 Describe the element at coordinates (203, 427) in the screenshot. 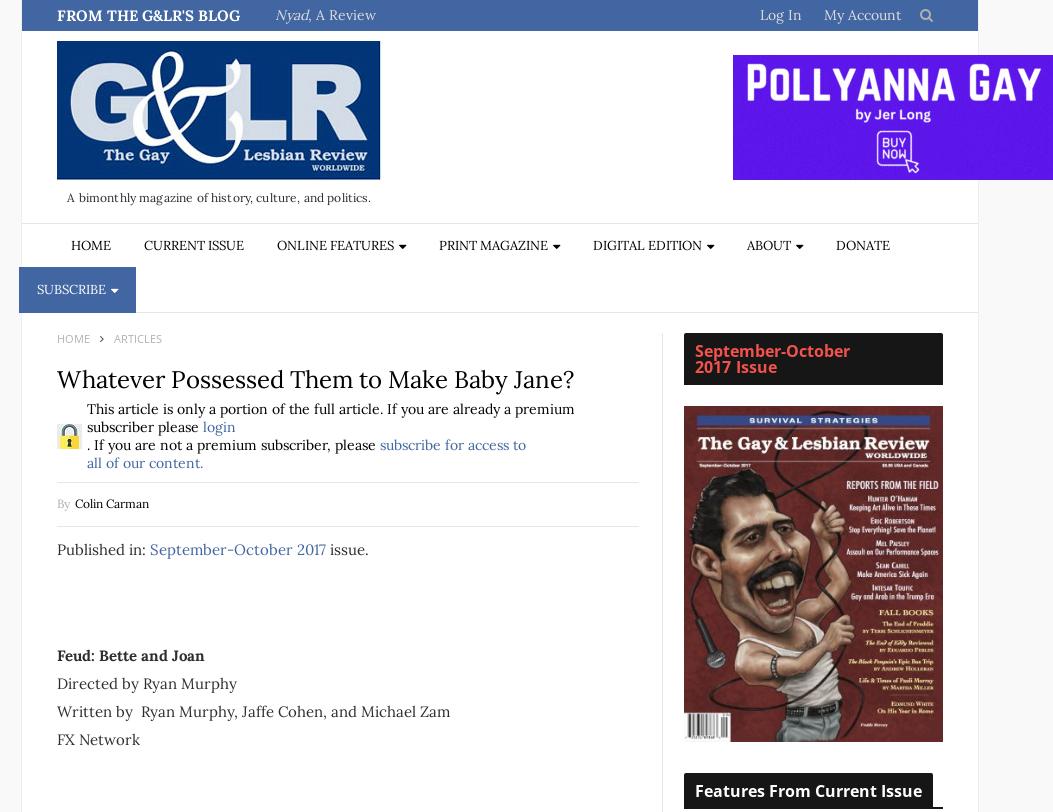

I see `'login'` at that location.